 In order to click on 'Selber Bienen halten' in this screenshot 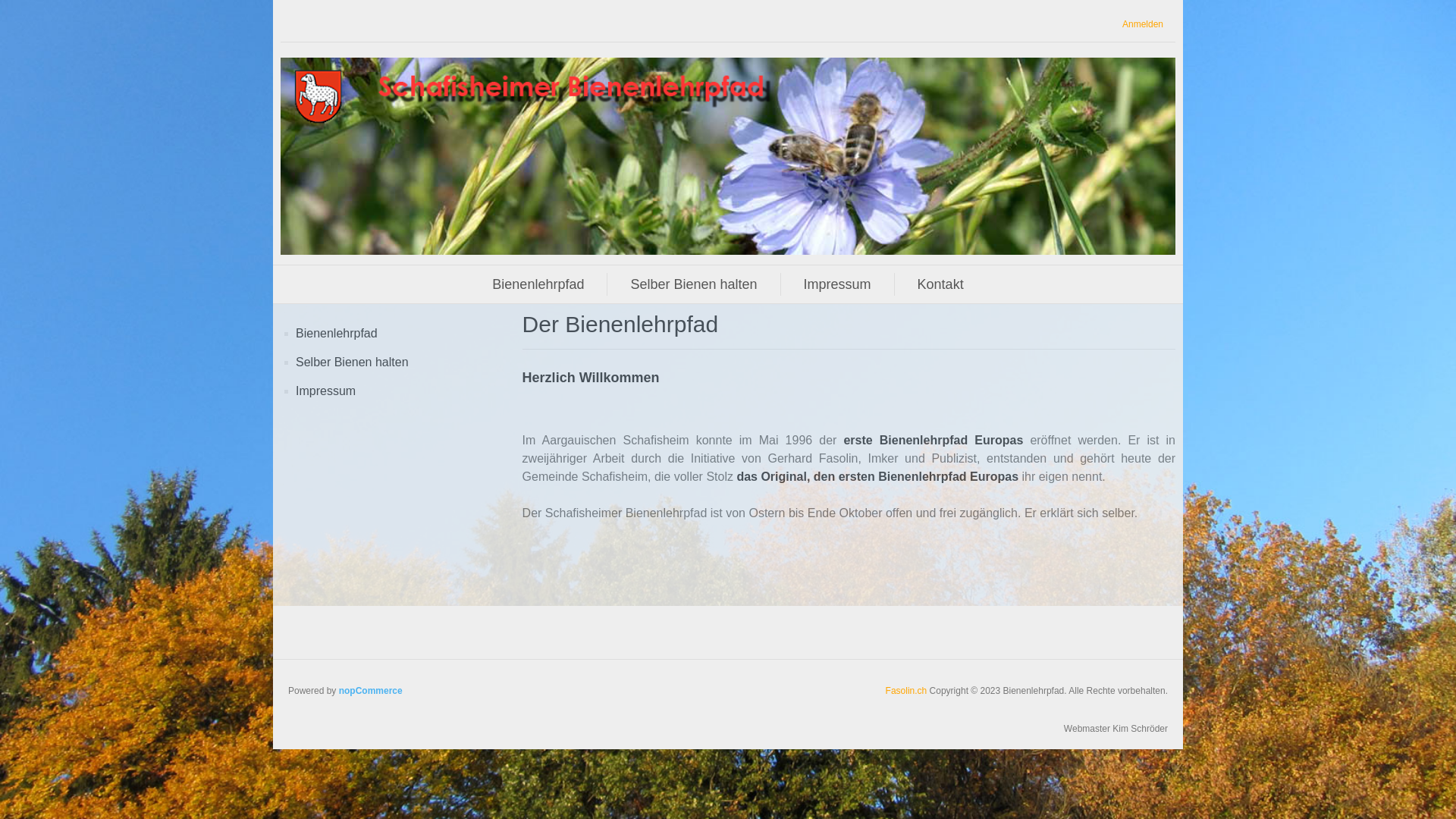, I will do `click(692, 284)`.